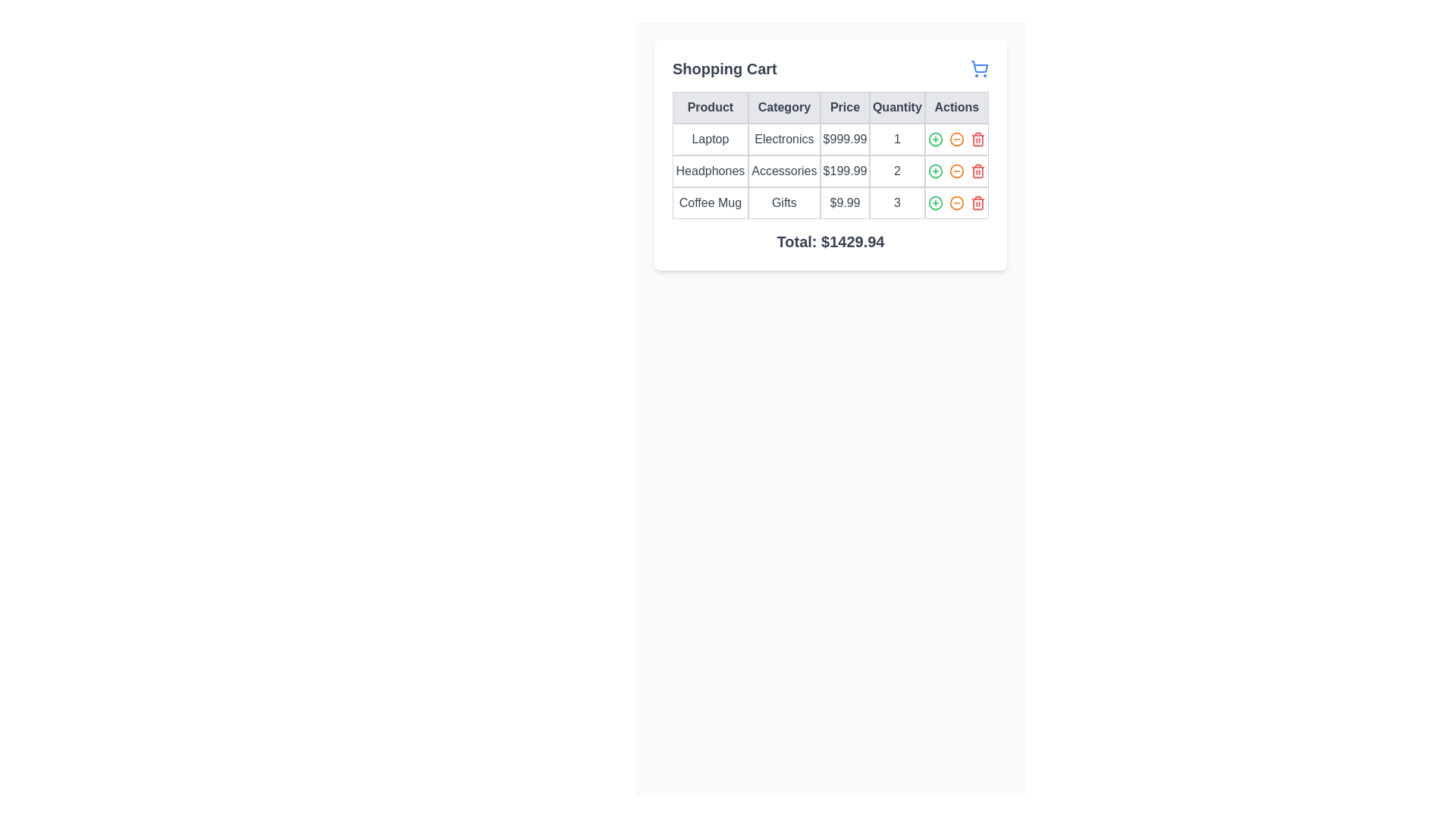  I want to click on the button for reducing the product quantity in the shopping cart, so click(955, 140).